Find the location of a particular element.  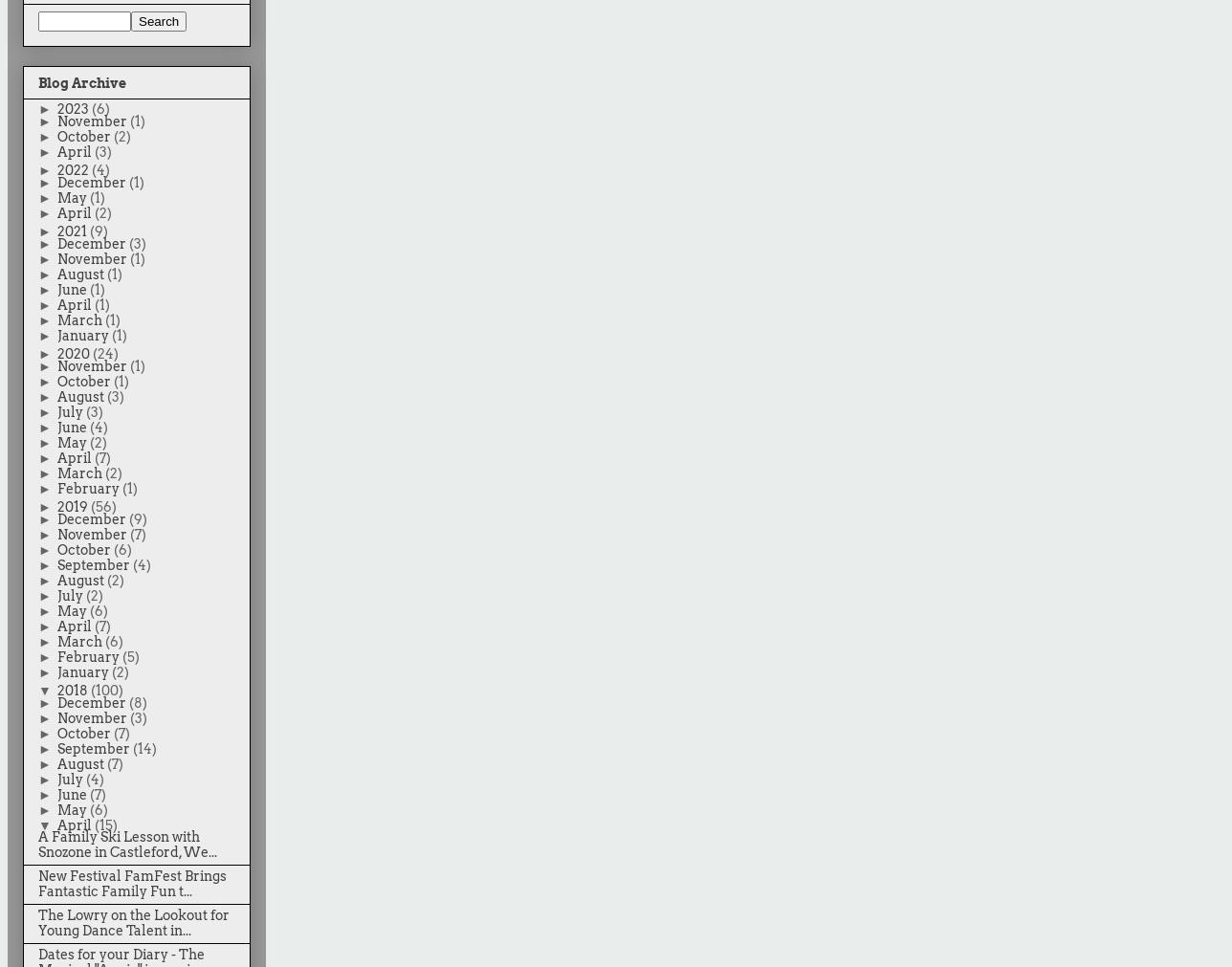

'(5)' is located at coordinates (130, 654).